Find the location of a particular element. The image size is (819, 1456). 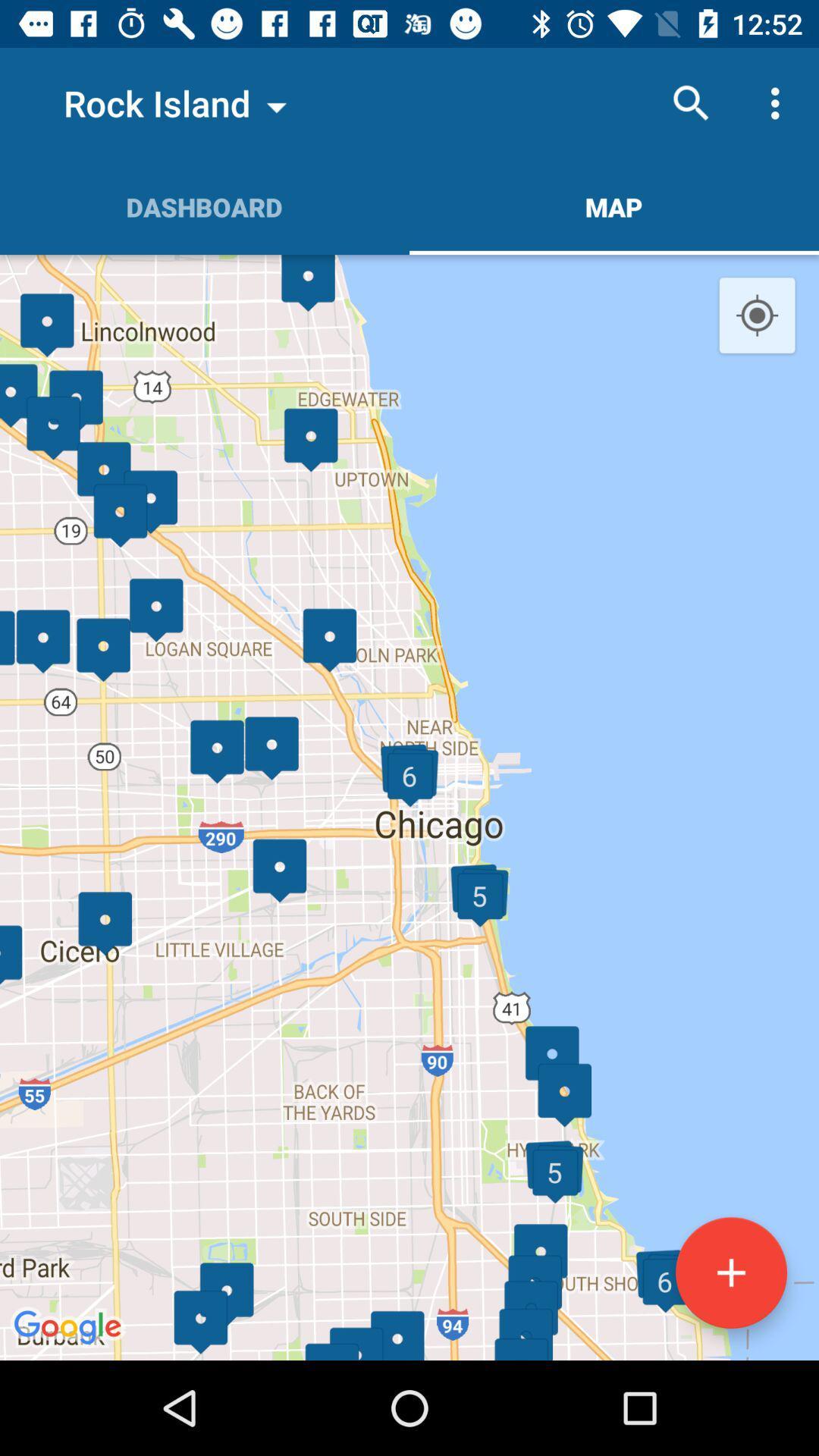

the icon next to rock island item is located at coordinates (691, 102).